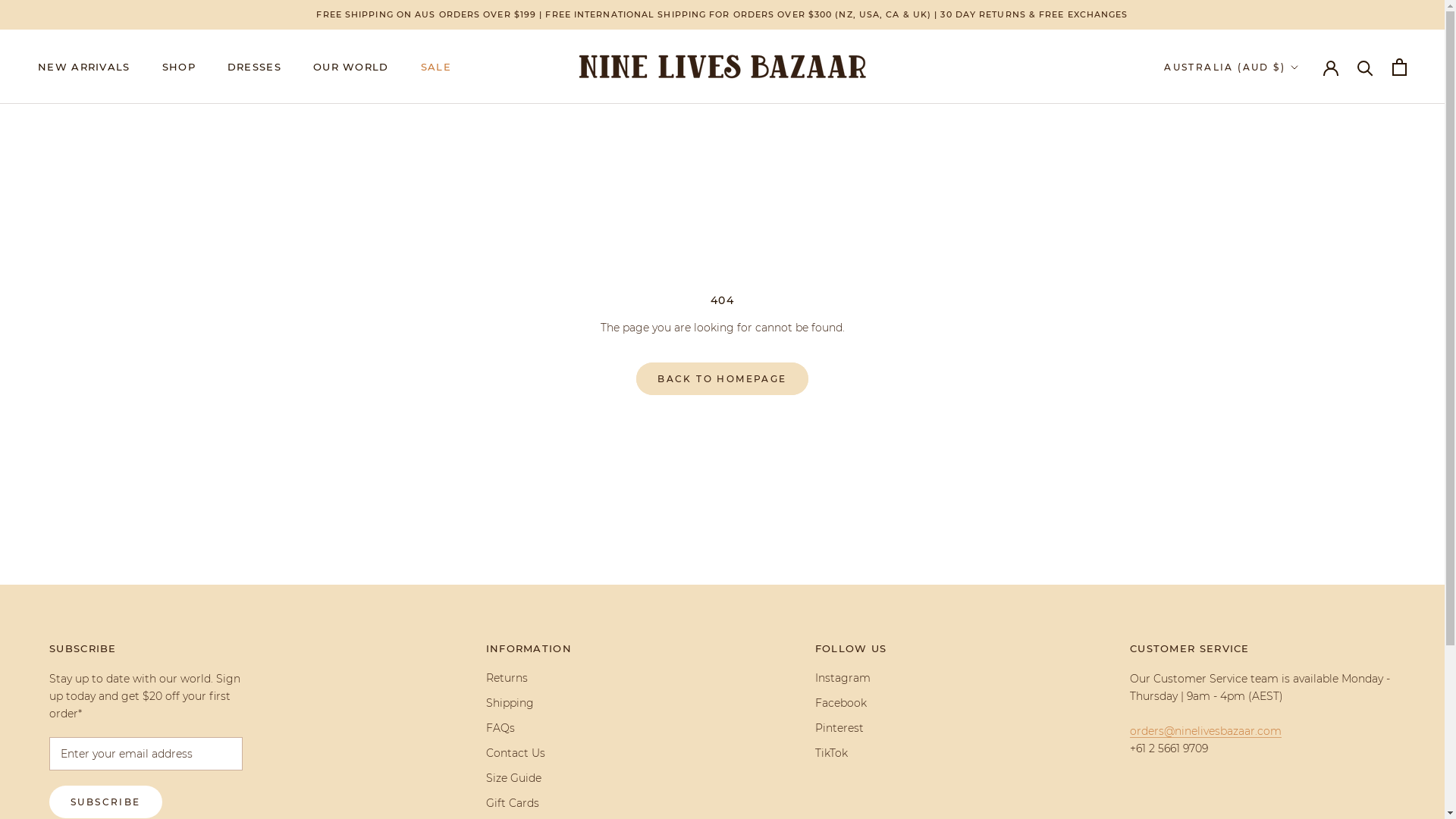  Describe the element at coordinates (486, 778) in the screenshot. I see `'Size Guide'` at that location.